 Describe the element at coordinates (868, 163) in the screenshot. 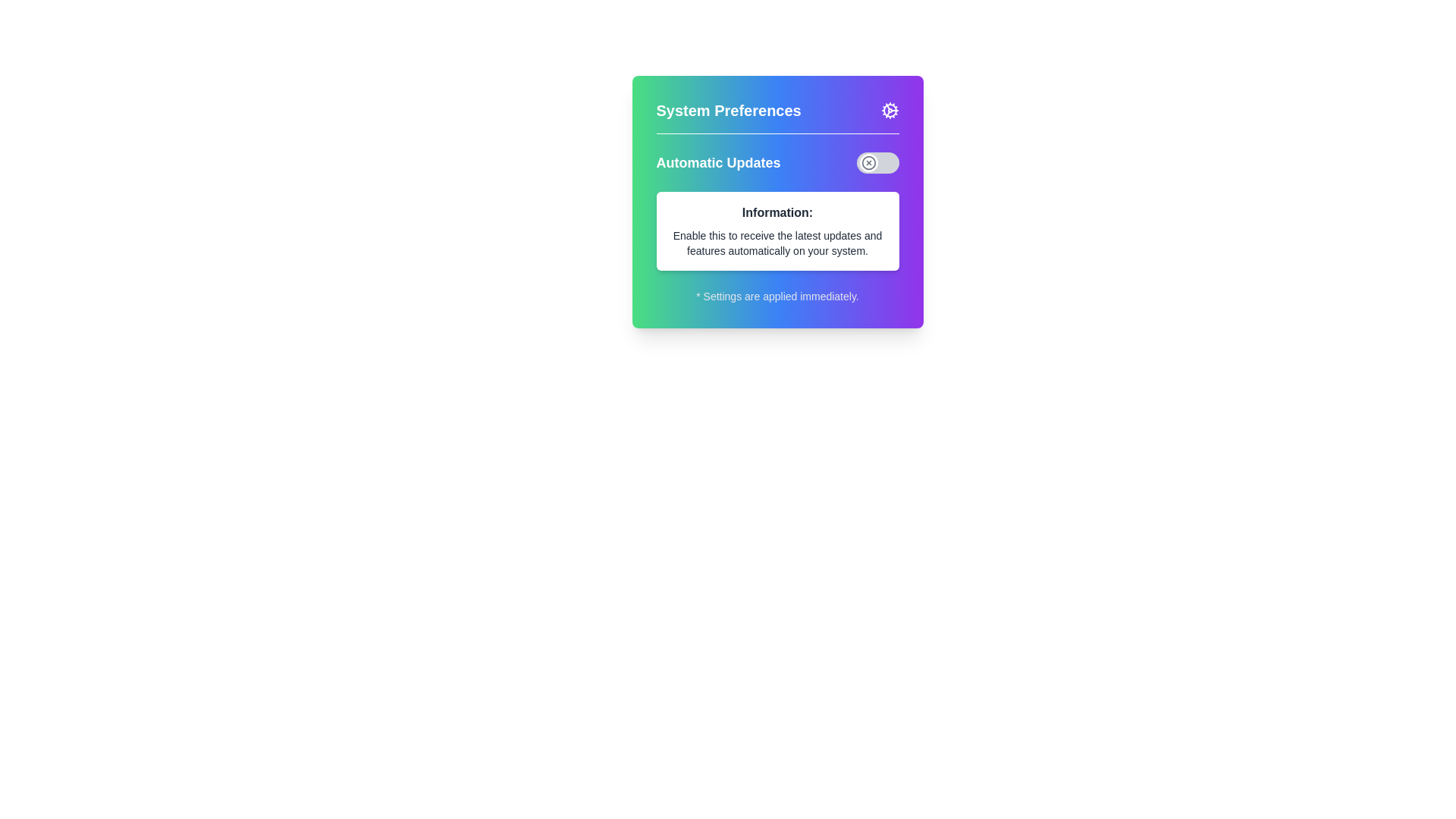

I see `the toggle switch thumb, which is a circular element with a white background located to the right side of the toggle bar for 'Automatic Updates' in the 'System Preferences' card` at that location.